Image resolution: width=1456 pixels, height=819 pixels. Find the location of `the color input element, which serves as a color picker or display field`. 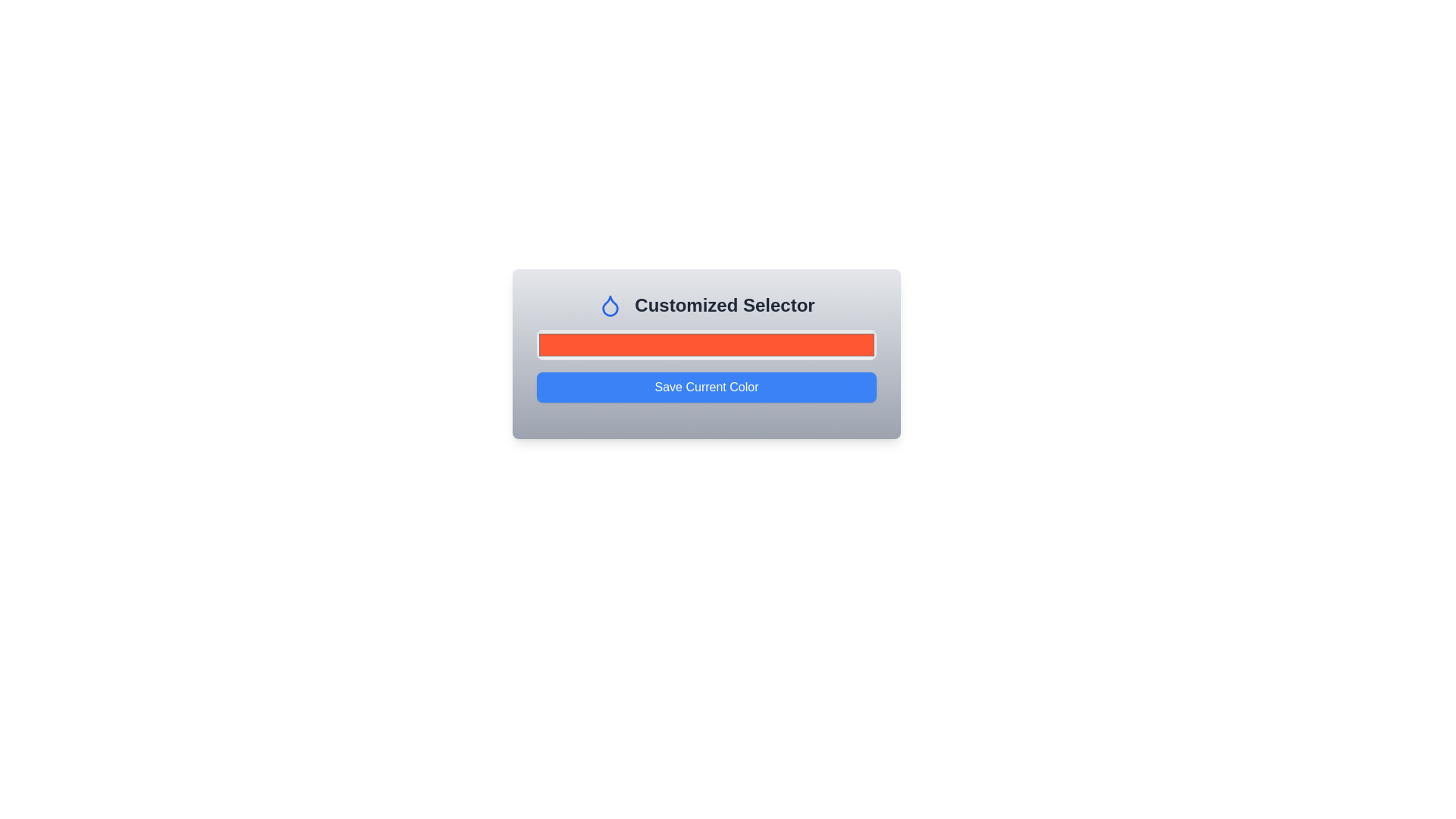

the color input element, which serves as a color picker or display field is located at coordinates (705, 345).